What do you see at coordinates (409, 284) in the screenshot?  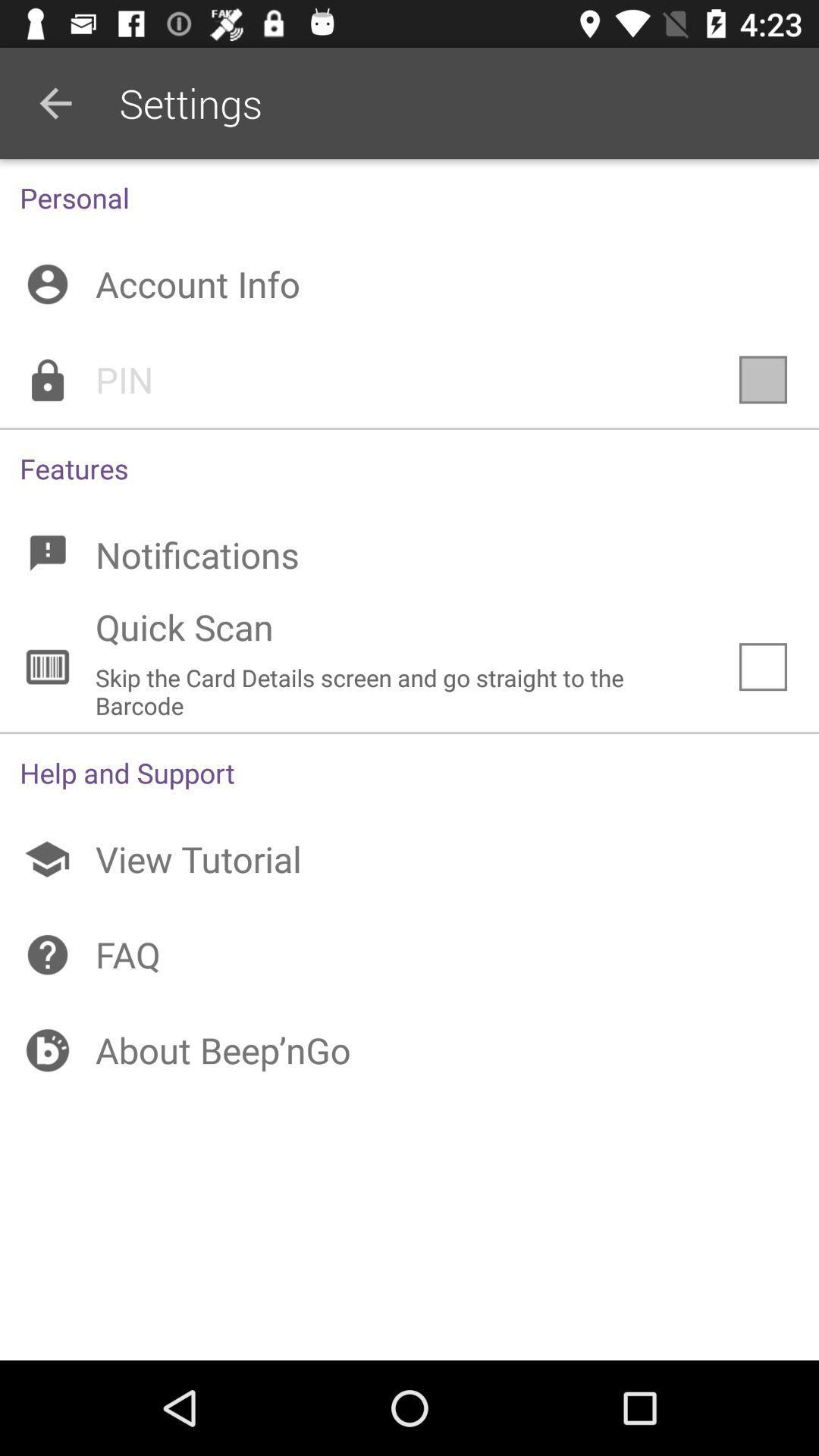 I see `icon below the personal item` at bounding box center [409, 284].